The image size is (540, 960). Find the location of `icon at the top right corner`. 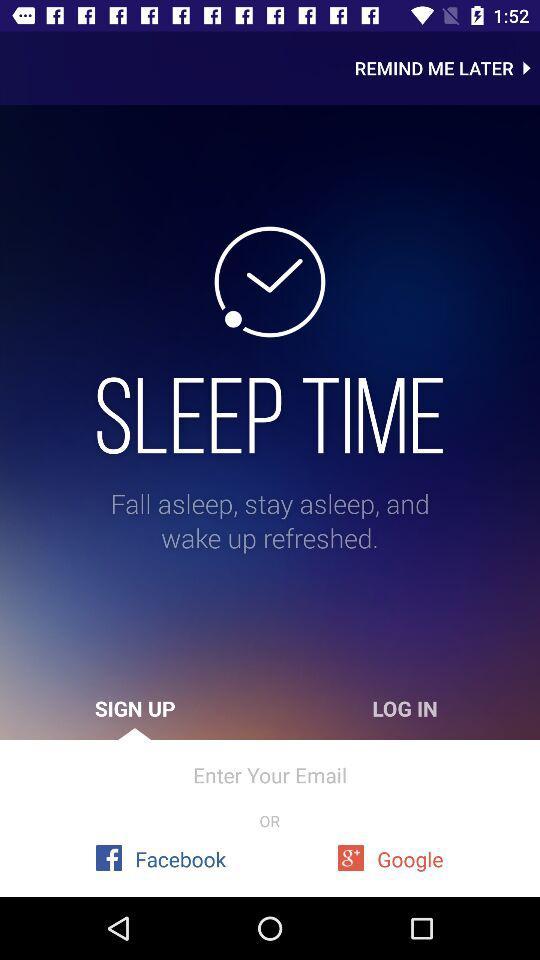

icon at the top right corner is located at coordinates (447, 68).